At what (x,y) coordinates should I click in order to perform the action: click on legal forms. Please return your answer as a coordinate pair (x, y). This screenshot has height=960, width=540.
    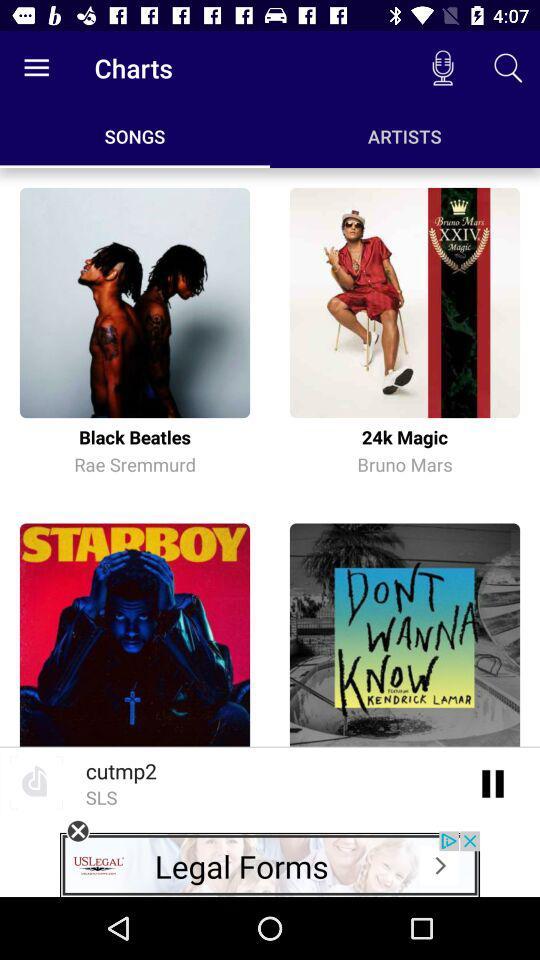
    Looking at the image, I should click on (270, 863).